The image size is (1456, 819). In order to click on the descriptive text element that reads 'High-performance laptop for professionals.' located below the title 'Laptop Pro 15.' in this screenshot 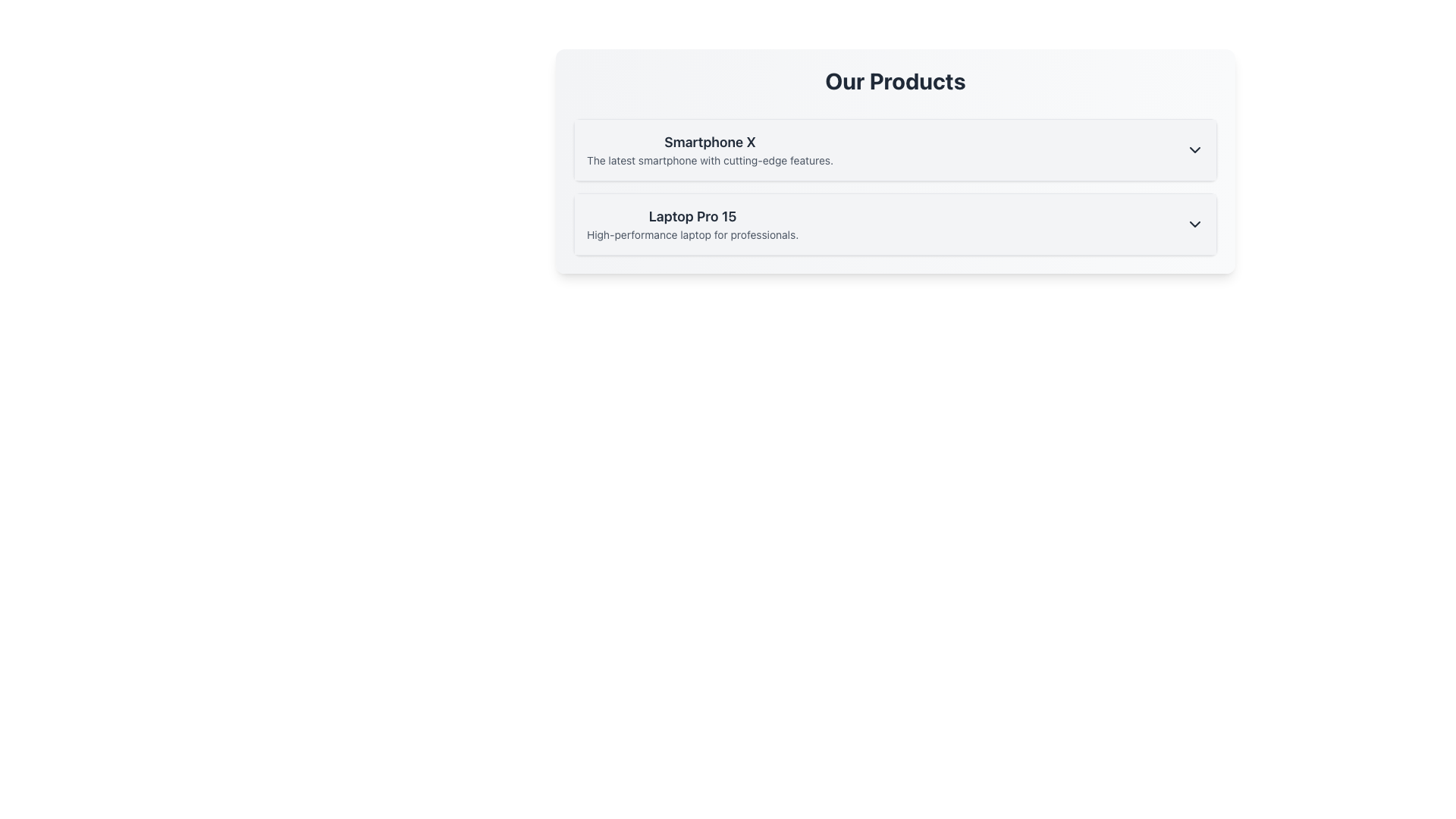, I will do `click(692, 234)`.